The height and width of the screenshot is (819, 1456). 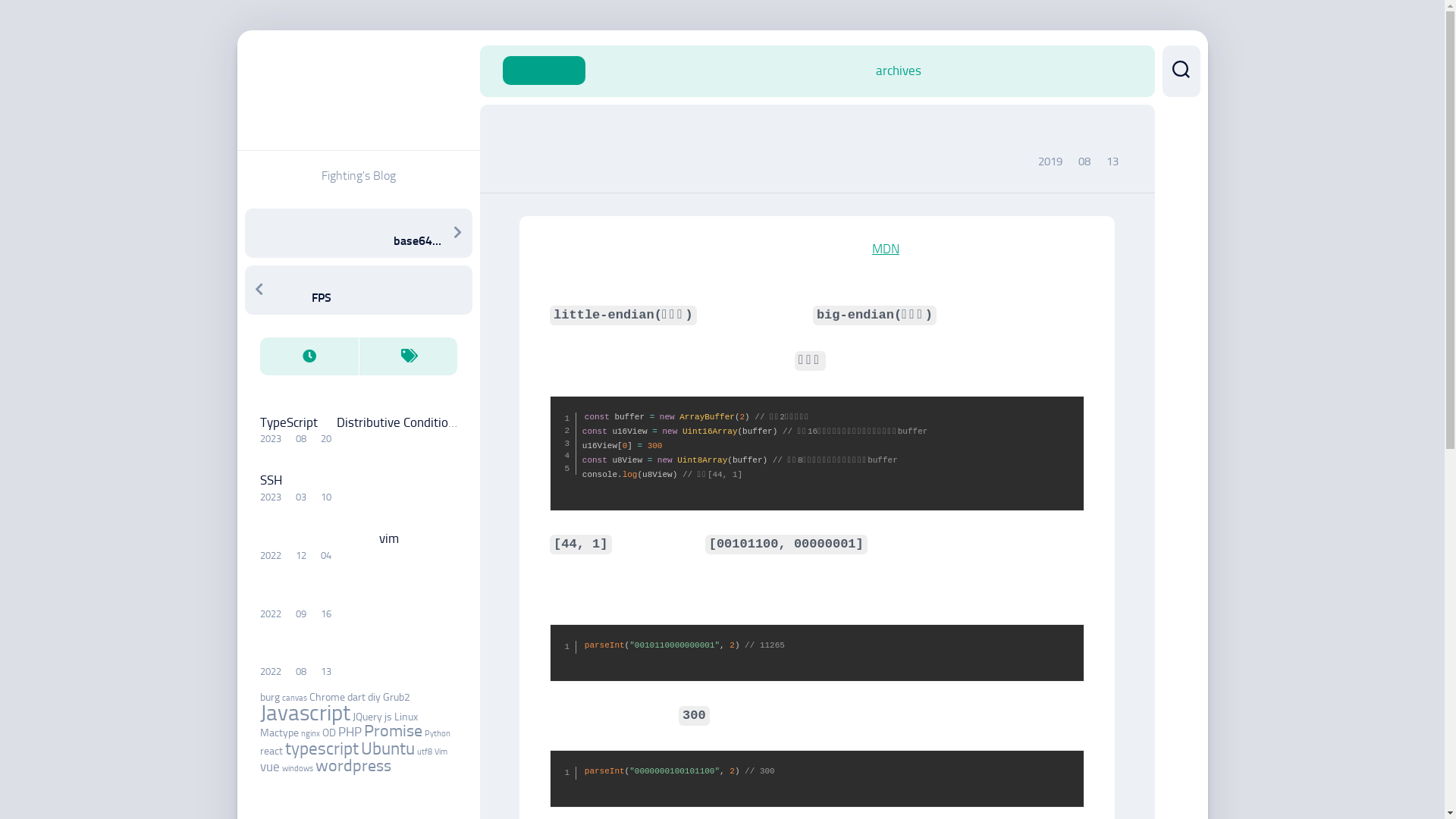 What do you see at coordinates (439, 752) in the screenshot?
I see `'Vim'` at bounding box center [439, 752].